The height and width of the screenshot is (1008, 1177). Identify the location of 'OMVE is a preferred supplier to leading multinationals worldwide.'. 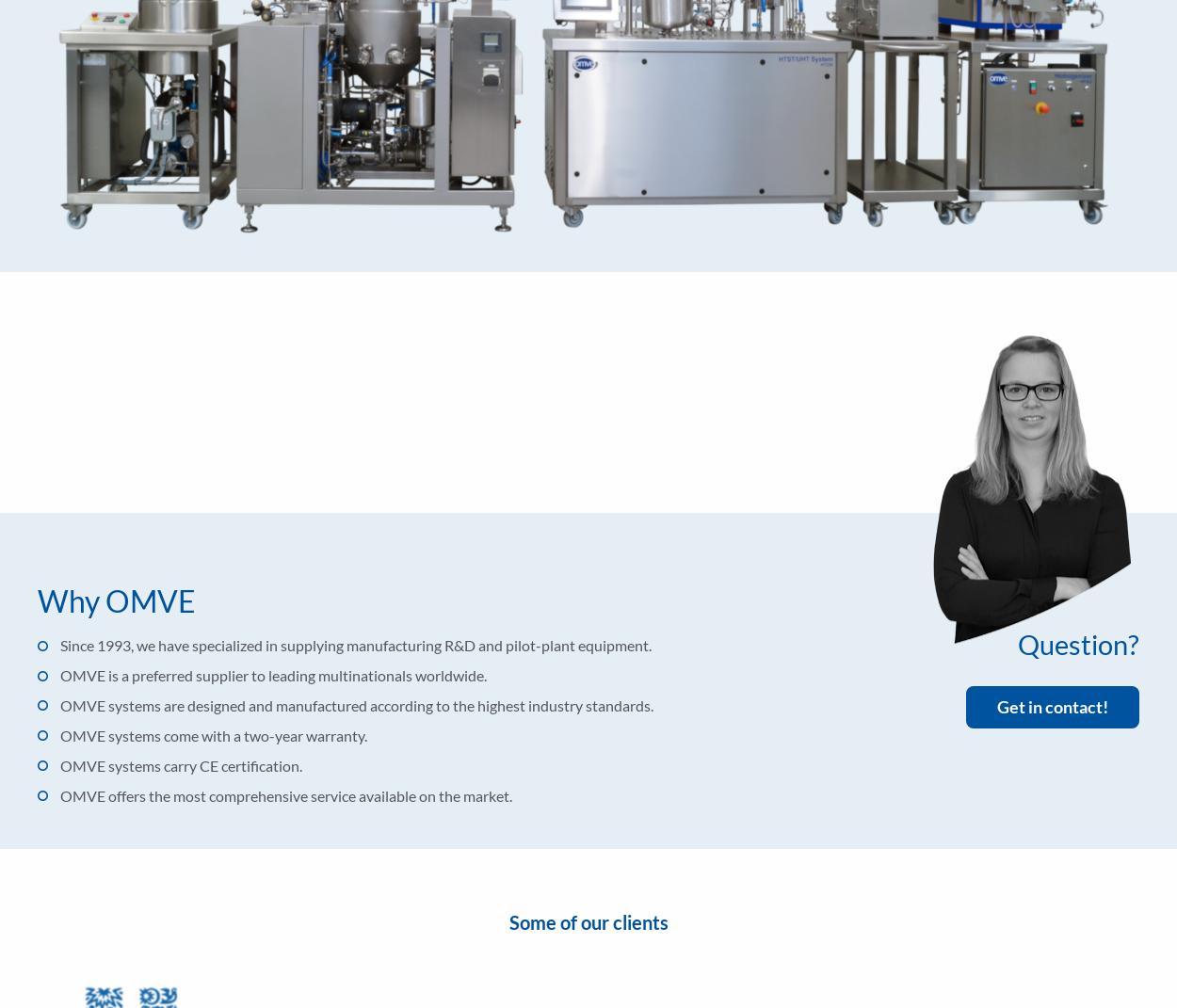
(273, 675).